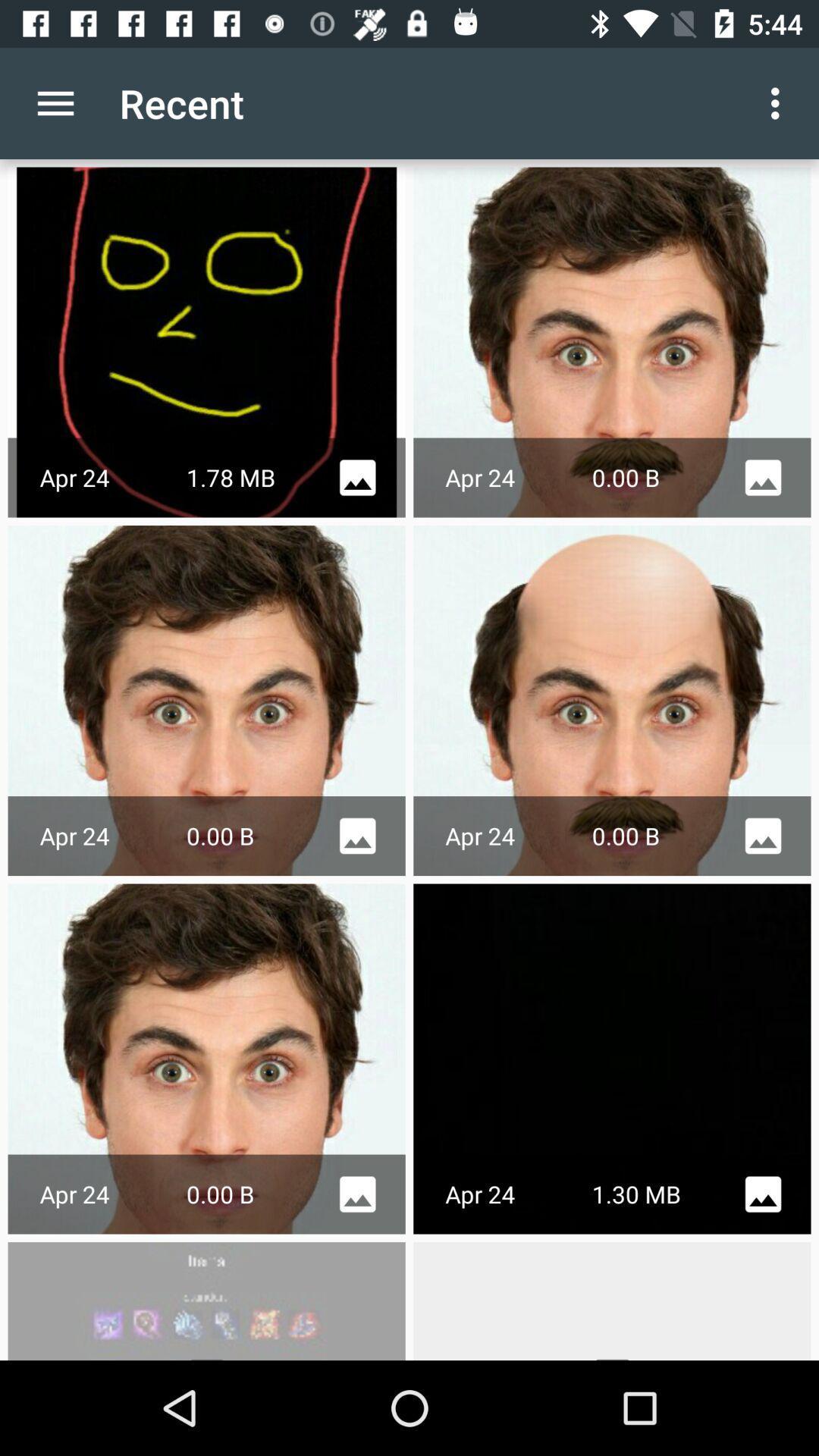  Describe the element at coordinates (55, 102) in the screenshot. I see `app to the left of the recent item` at that location.